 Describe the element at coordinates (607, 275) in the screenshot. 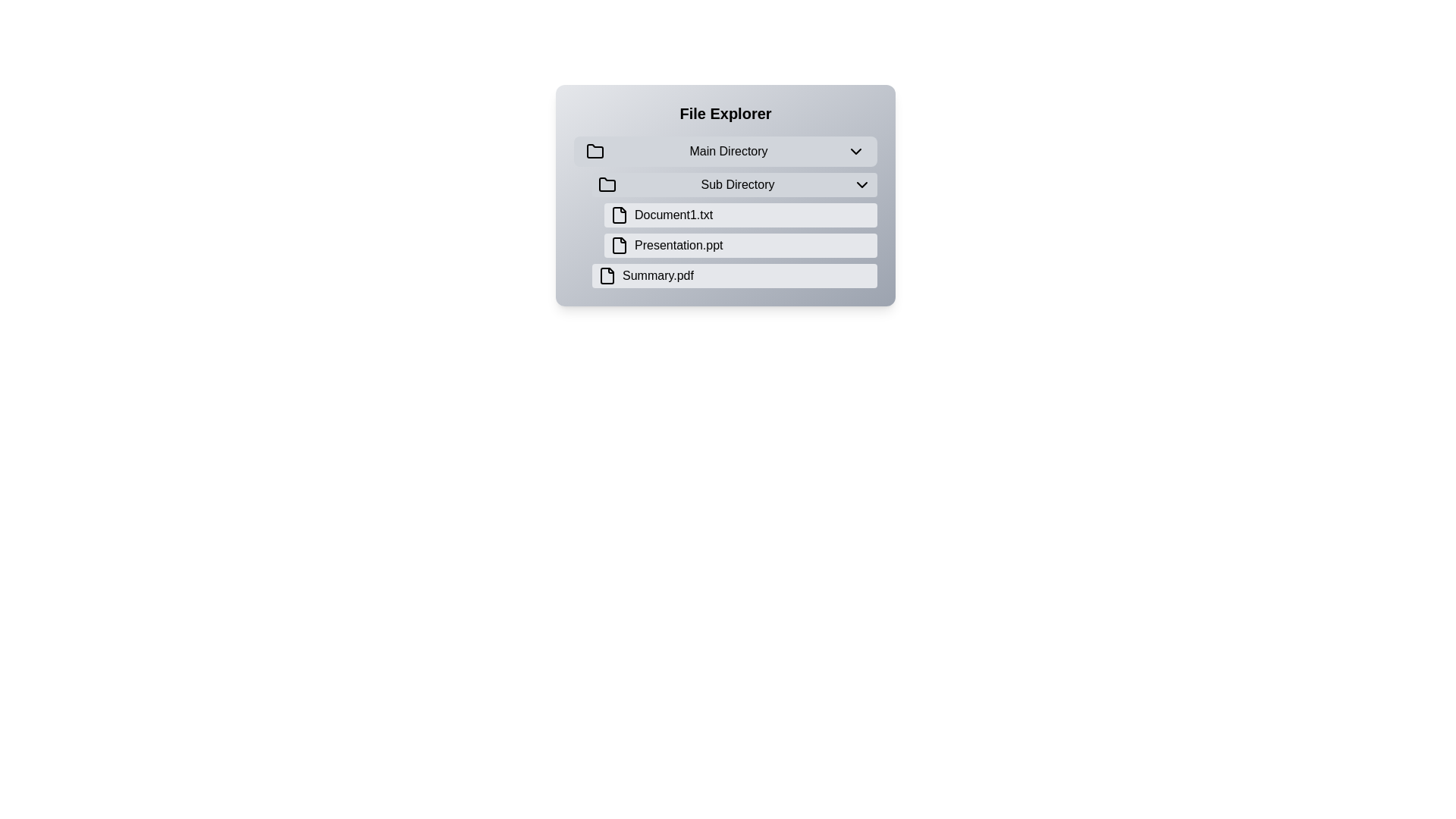

I see `the file icon representing 'Summary.pdf' in the file explorer UI` at that location.